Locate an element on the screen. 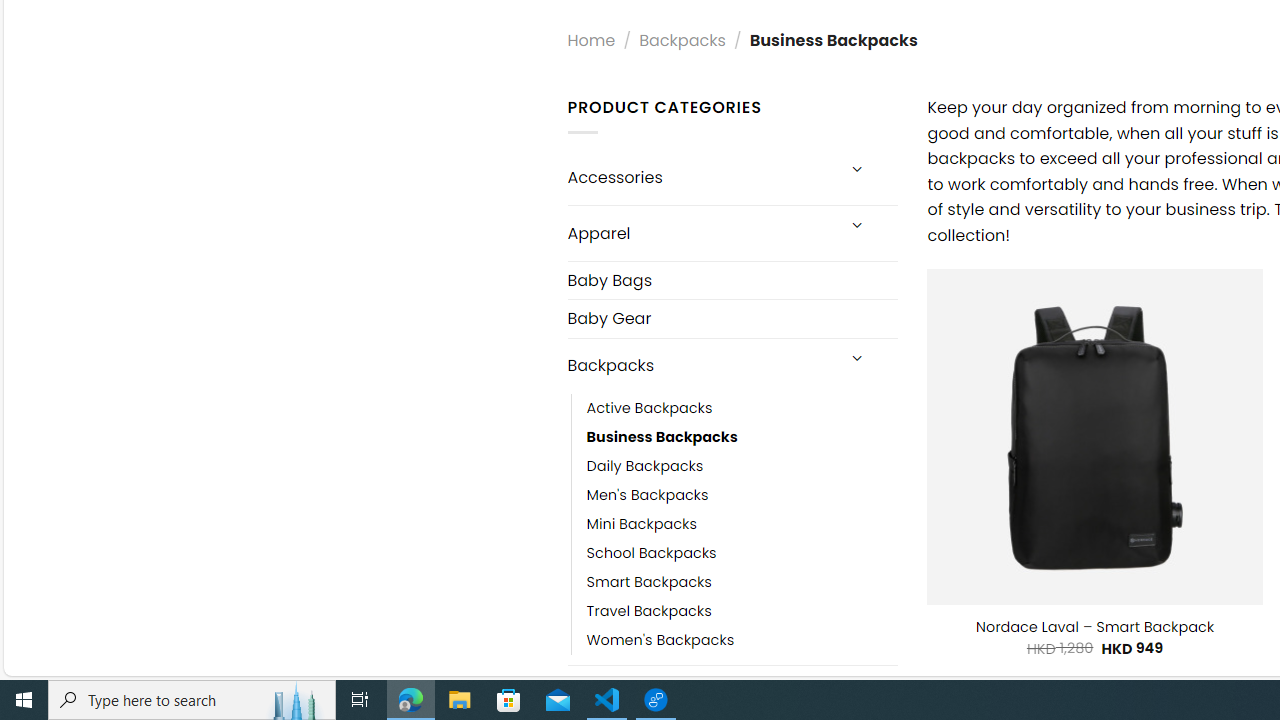  'Active Backpacks' is located at coordinates (741, 407).